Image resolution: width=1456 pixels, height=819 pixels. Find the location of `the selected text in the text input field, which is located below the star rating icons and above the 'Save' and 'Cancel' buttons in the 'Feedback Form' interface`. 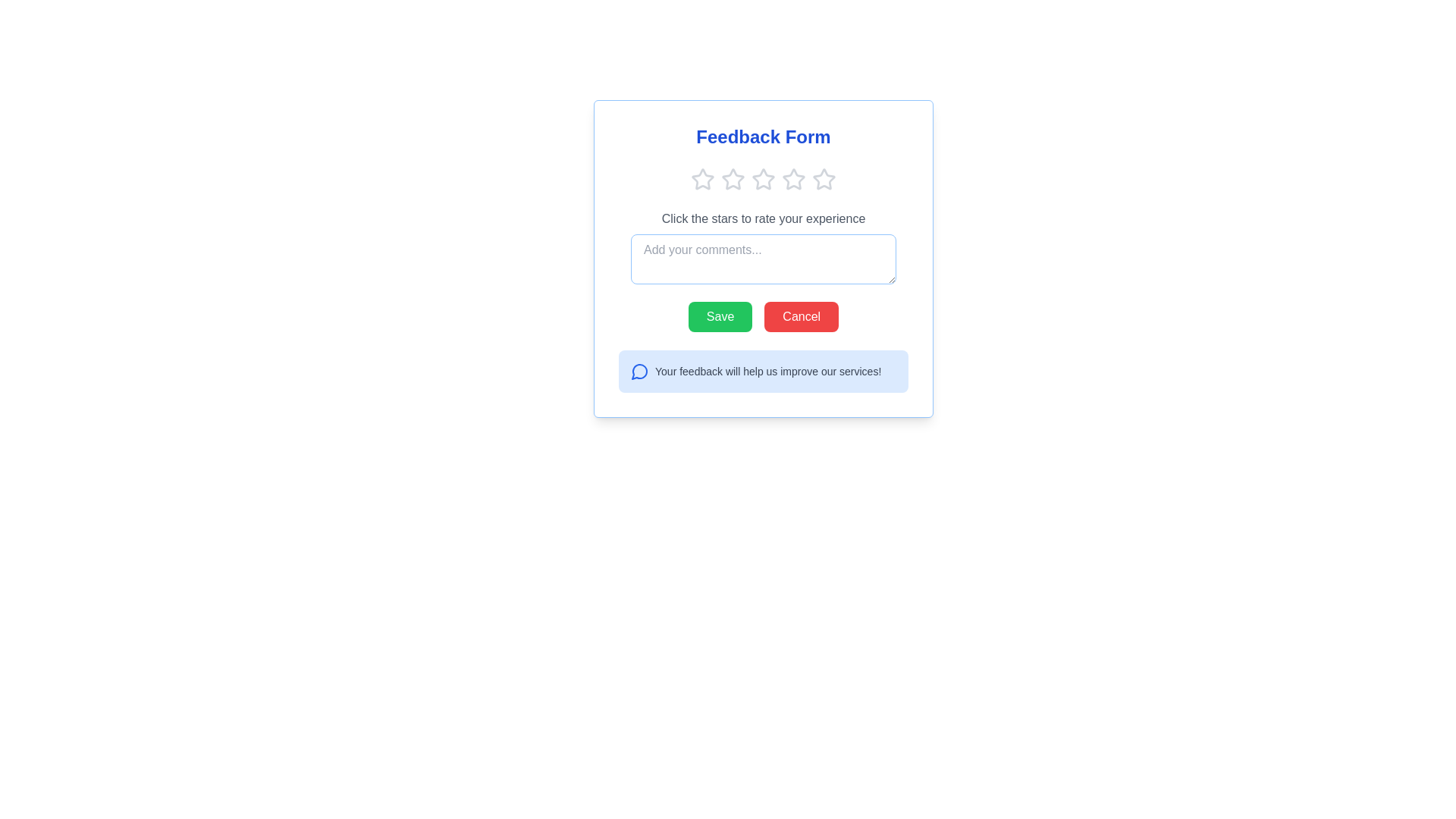

the selected text in the text input field, which is located below the star rating icons and above the 'Save' and 'Cancel' buttons in the 'Feedback Form' interface is located at coordinates (764, 259).